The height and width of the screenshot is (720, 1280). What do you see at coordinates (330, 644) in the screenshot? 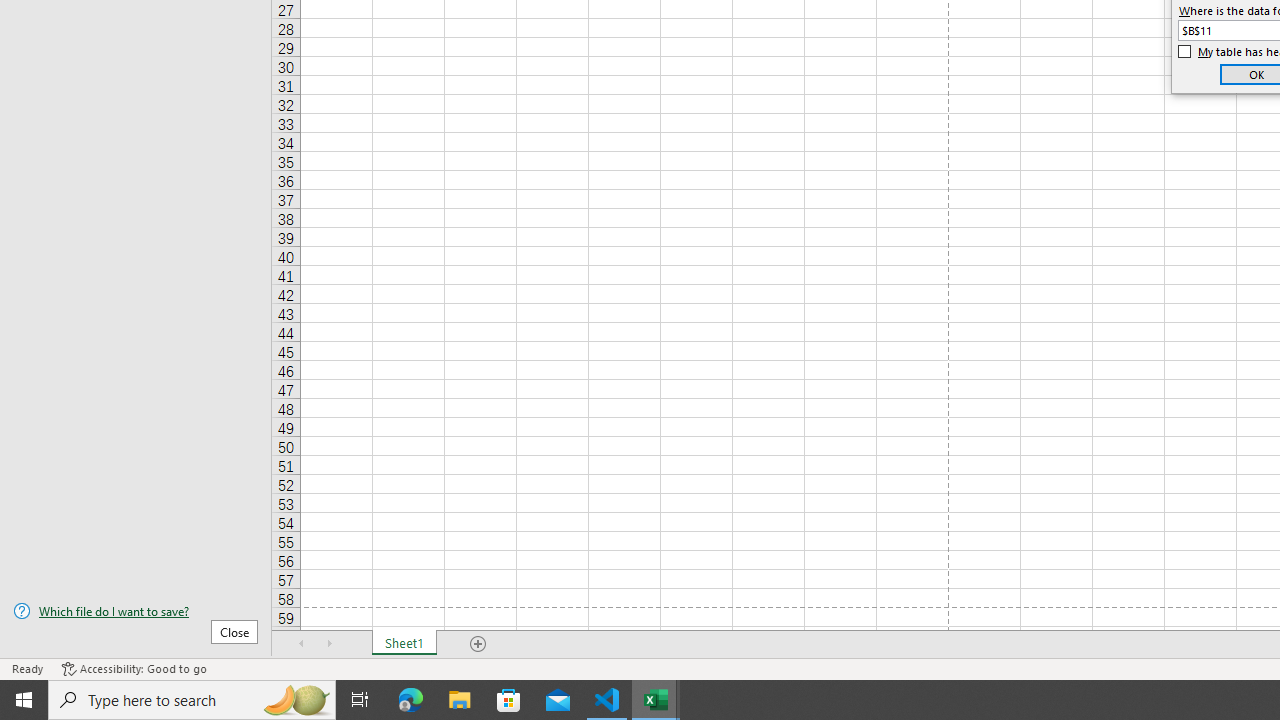
I see `'Scroll Right'` at bounding box center [330, 644].